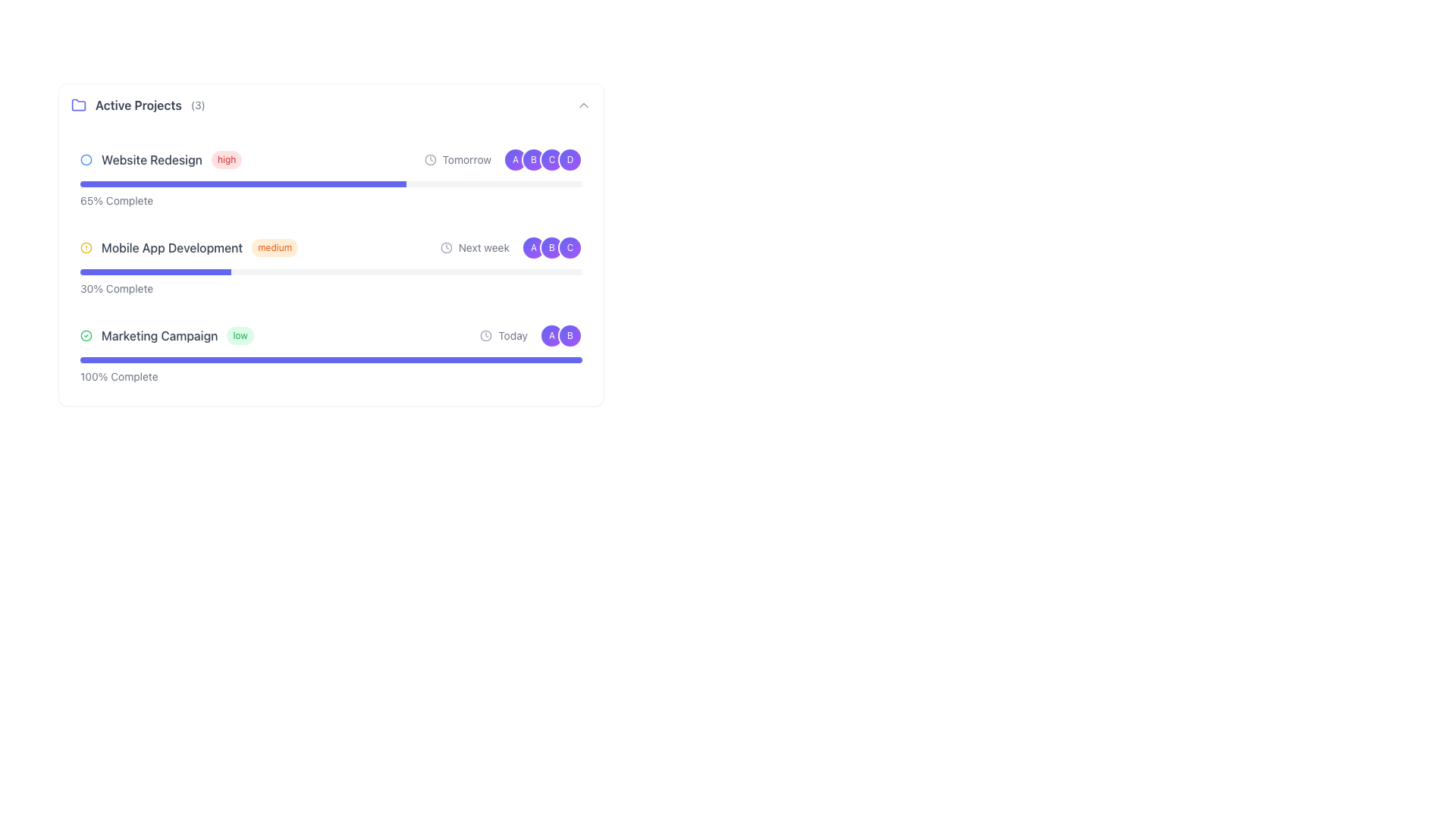  What do you see at coordinates (570, 160) in the screenshot?
I see `the Circular Badge labeled 'D' in the 'Website Redesign' project, which is the last badge in a horizontal sequence of badges labeled 'A', 'B', 'C', and 'D'` at bounding box center [570, 160].